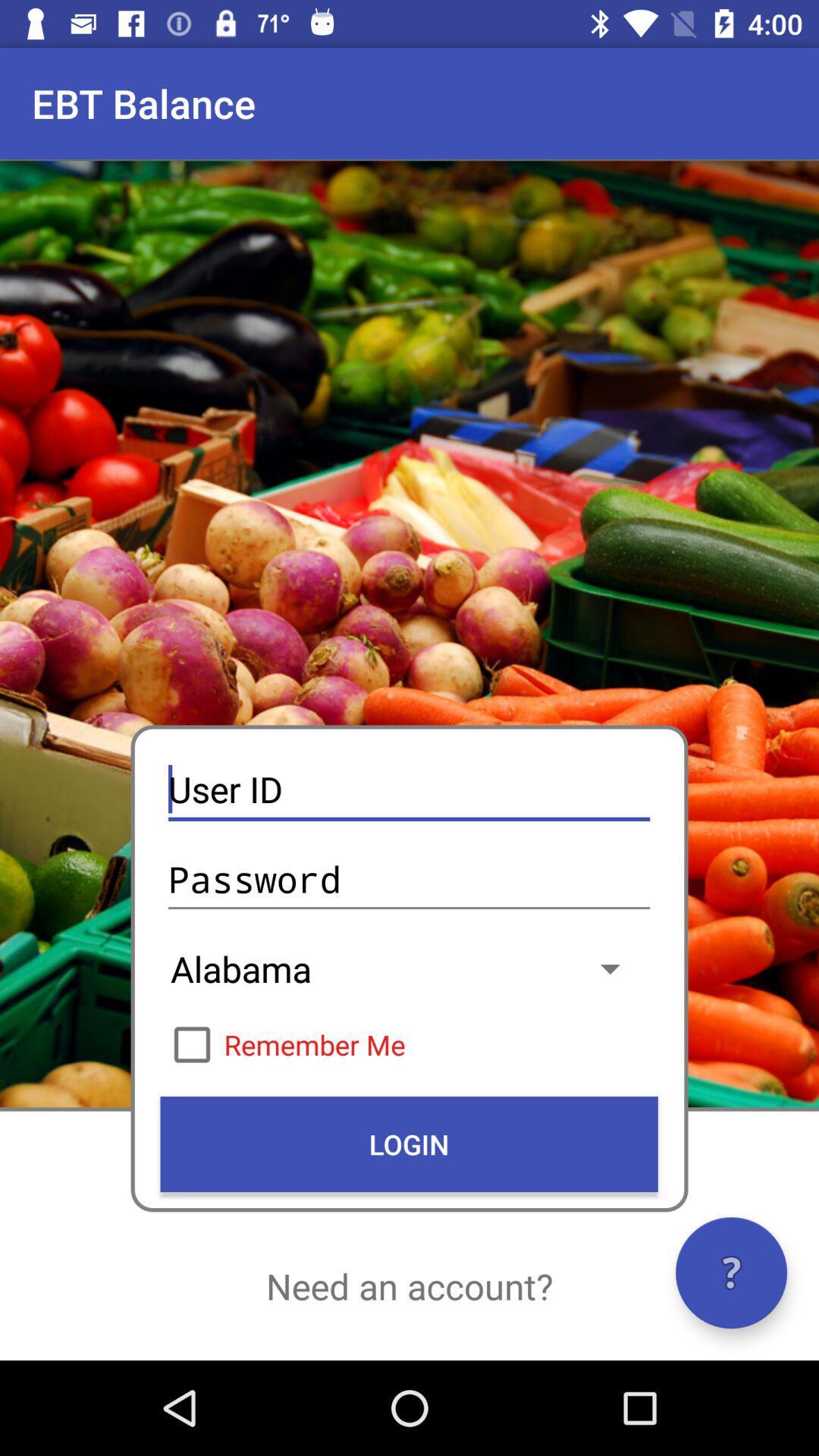 The image size is (819, 1456). I want to click on icon below alabama item, so click(408, 1043).